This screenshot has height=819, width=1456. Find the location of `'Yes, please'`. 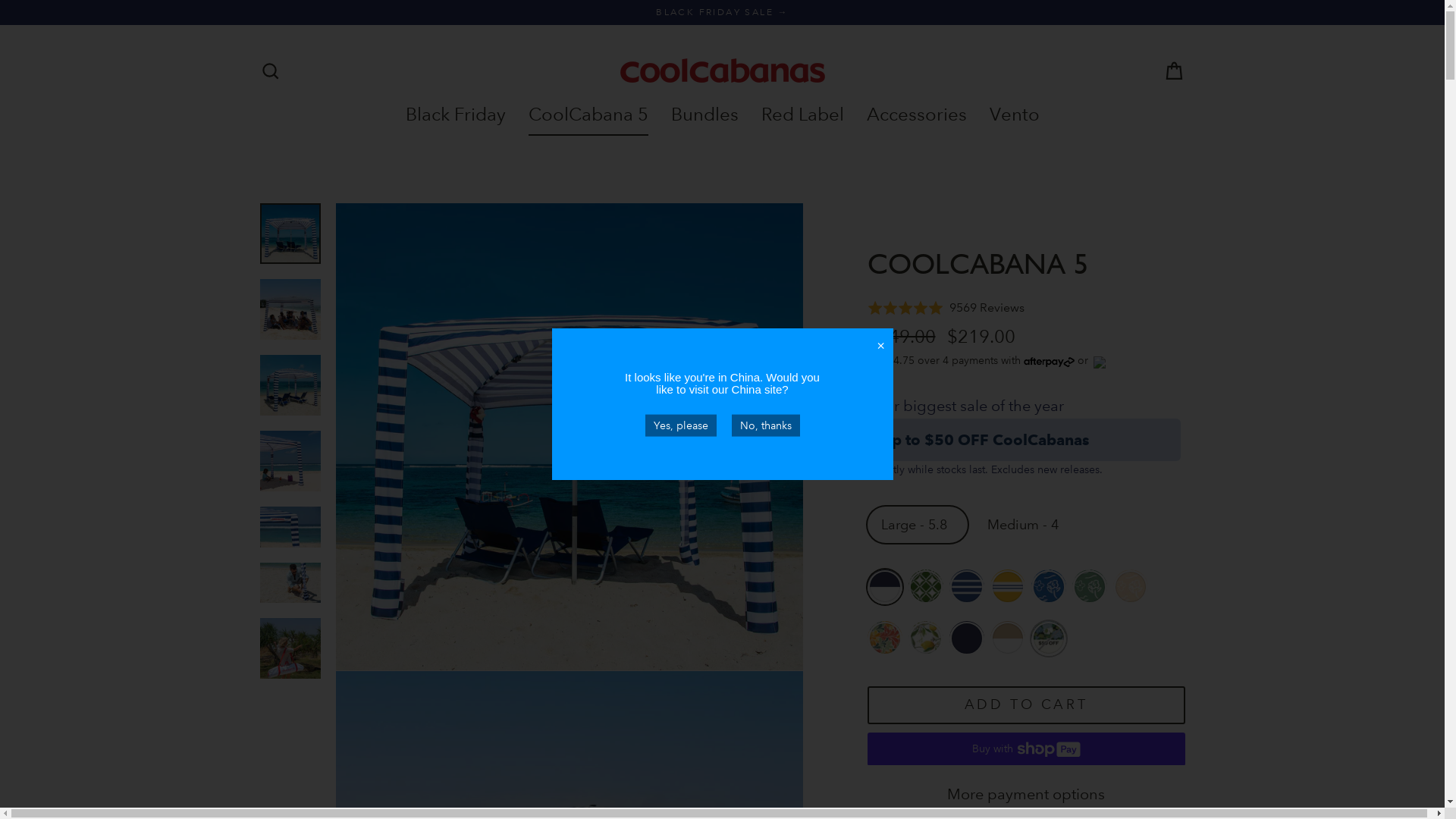

'Yes, please' is located at coordinates (644, 425).